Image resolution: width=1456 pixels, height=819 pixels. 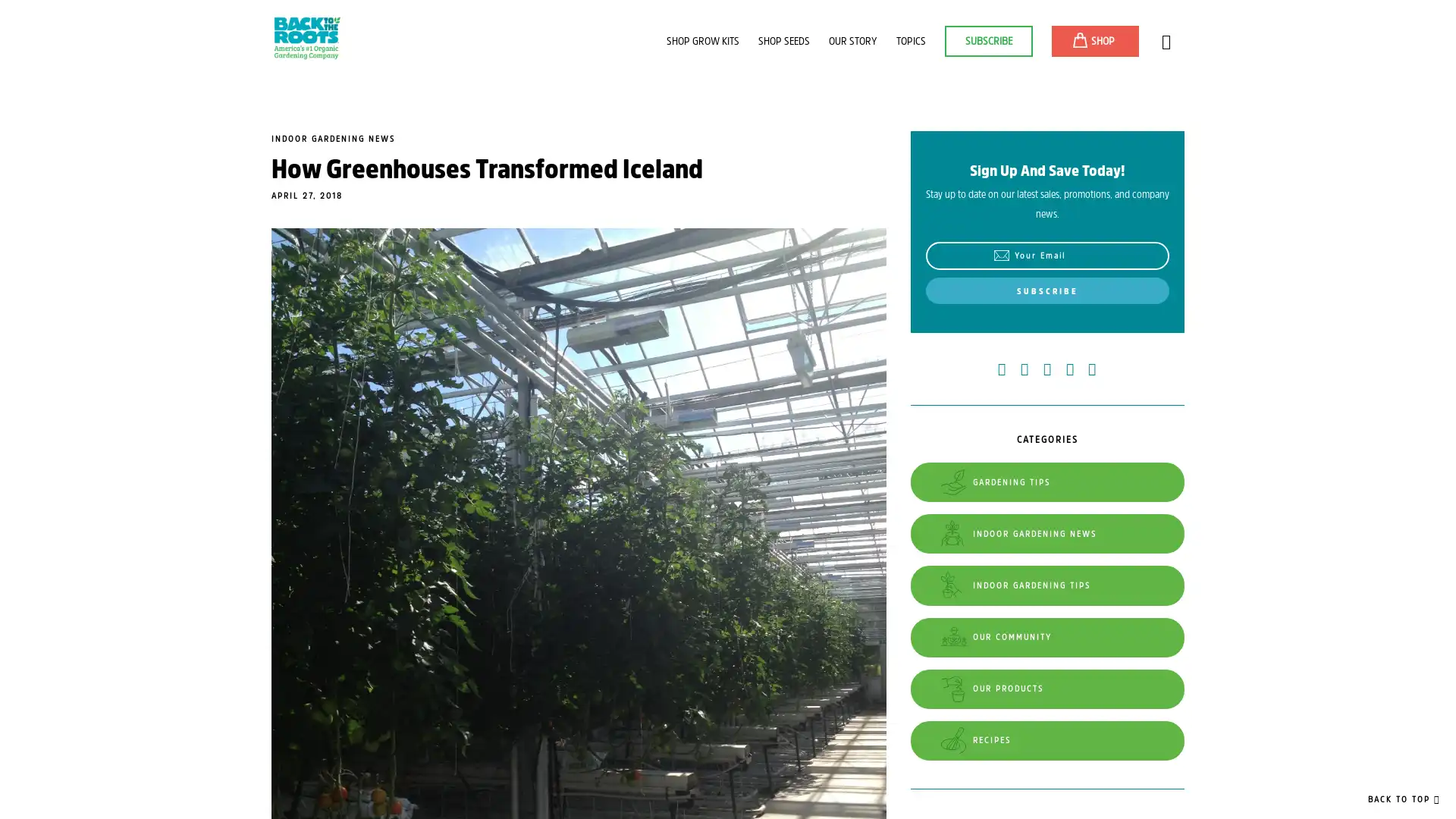 I want to click on SUBSCRIBE, so click(x=1046, y=290).